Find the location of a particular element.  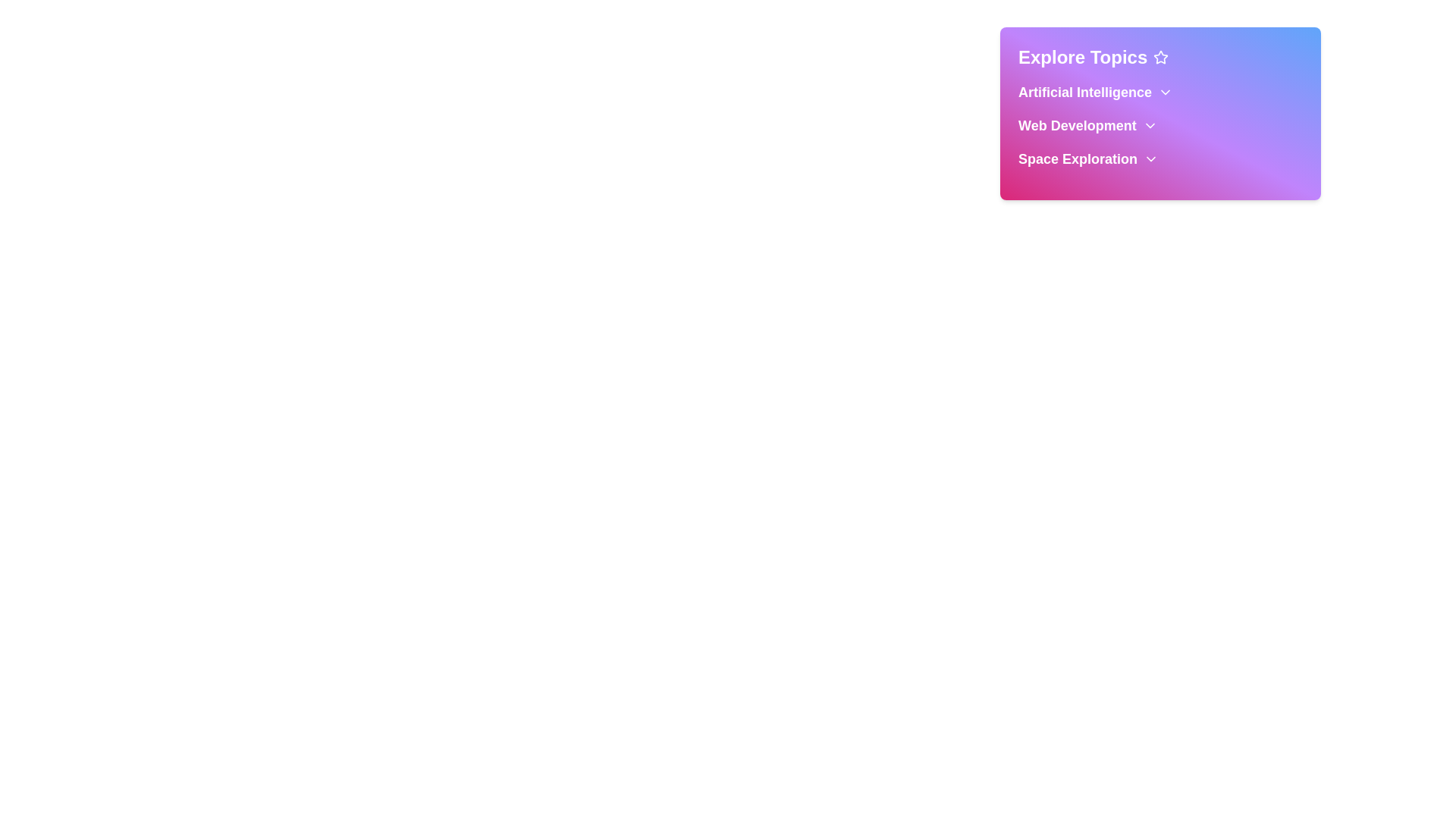

the 'Space Exploration' dropdown menu item located at the bottom of the topics list is located at coordinates (1159, 158).